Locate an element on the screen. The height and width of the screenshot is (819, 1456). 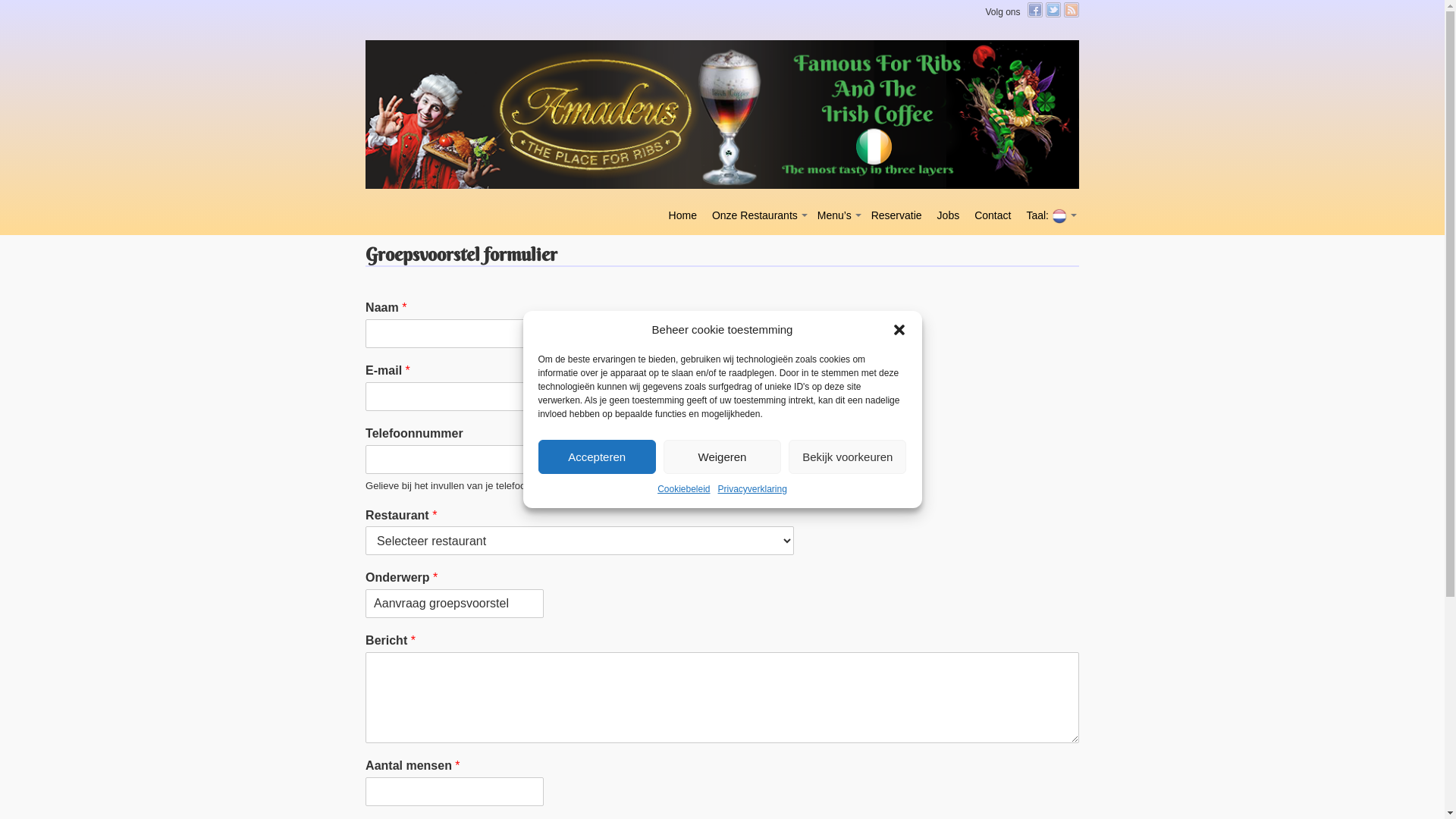
'Reservatie' is located at coordinates (896, 215).